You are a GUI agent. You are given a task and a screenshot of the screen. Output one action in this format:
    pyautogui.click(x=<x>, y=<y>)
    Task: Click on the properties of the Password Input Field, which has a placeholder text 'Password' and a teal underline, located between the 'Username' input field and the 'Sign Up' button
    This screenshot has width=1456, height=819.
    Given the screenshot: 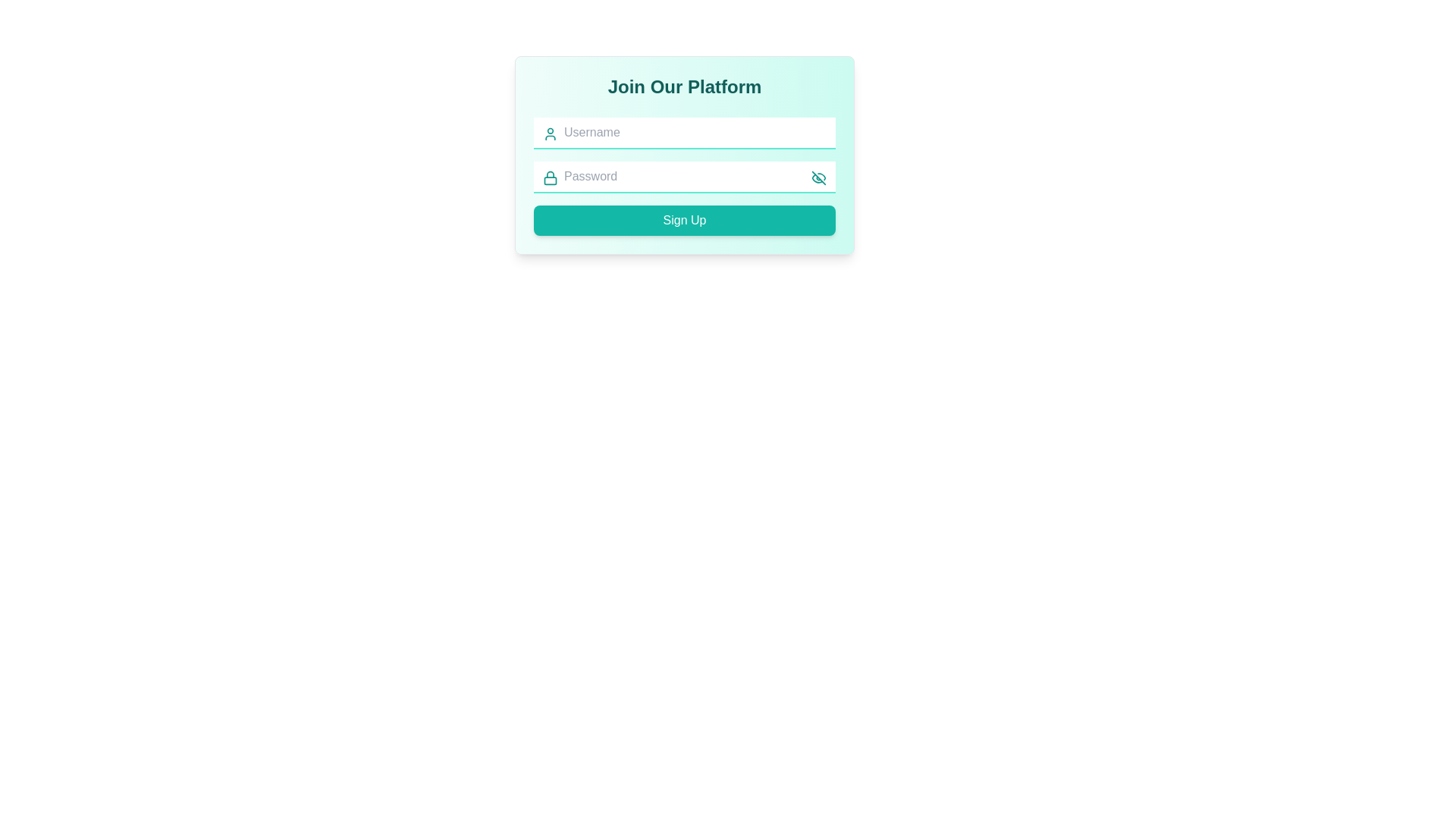 What is the action you would take?
    pyautogui.click(x=683, y=177)
    